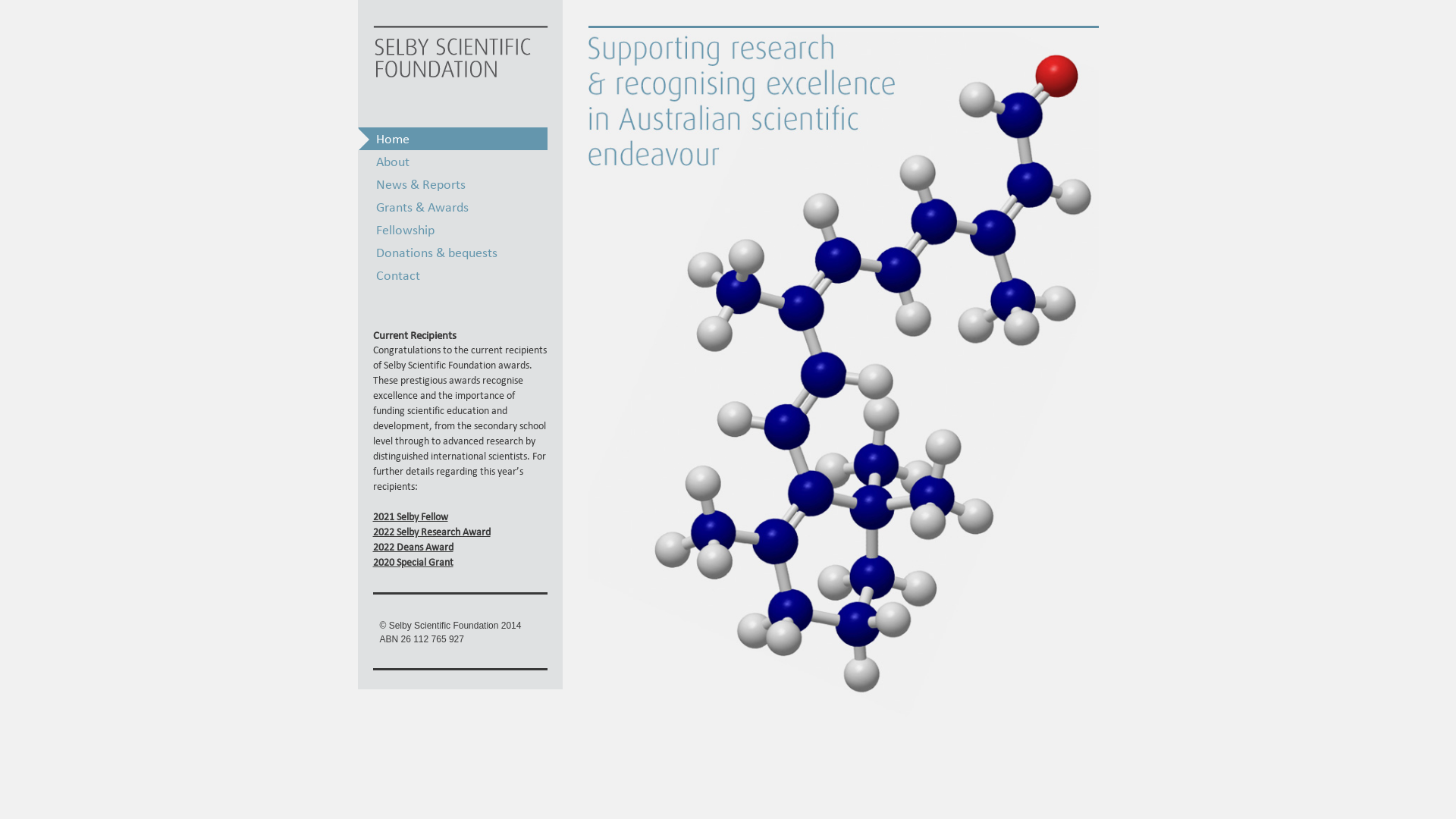 The height and width of the screenshot is (819, 1456). What do you see at coordinates (372, 562) in the screenshot?
I see `'2020 Special Grant'` at bounding box center [372, 562].